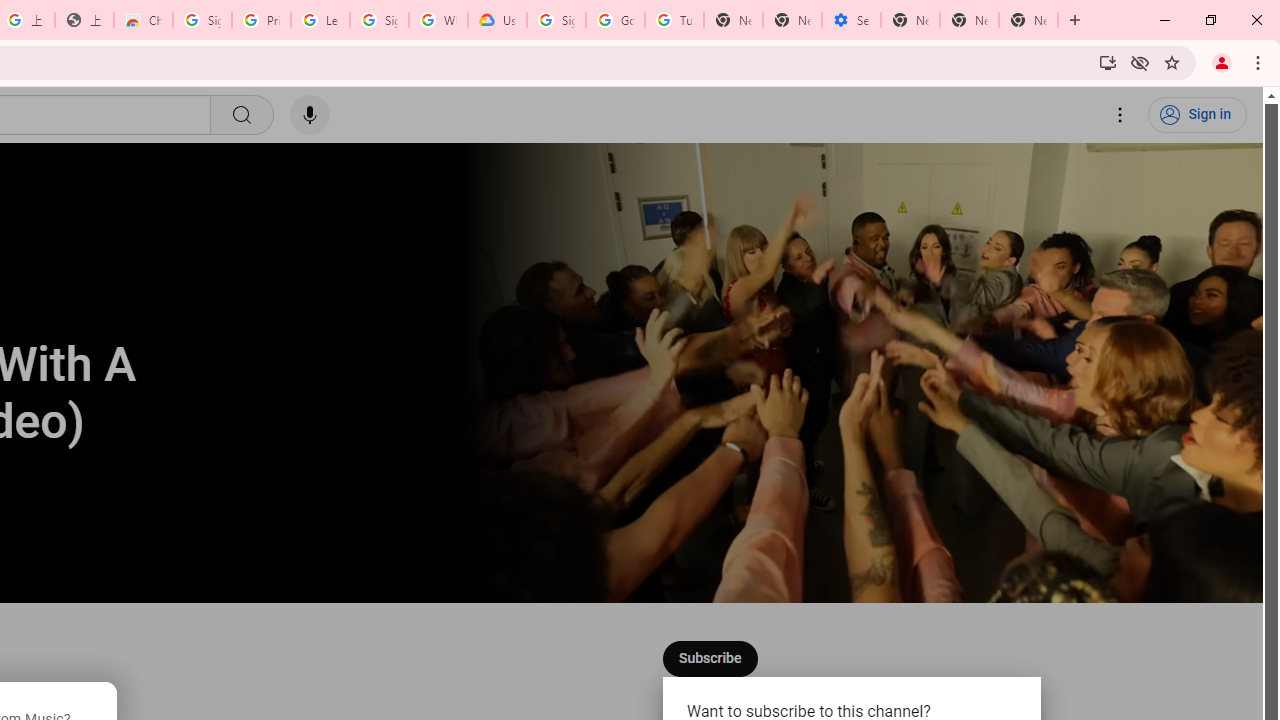 Image resolution: width=1280 pixels, height=720 pixels. What do you see at coordinates (1106, 61) in the screenshot?
I see `'Install YouTube'` at bounding box center [1106, 61].